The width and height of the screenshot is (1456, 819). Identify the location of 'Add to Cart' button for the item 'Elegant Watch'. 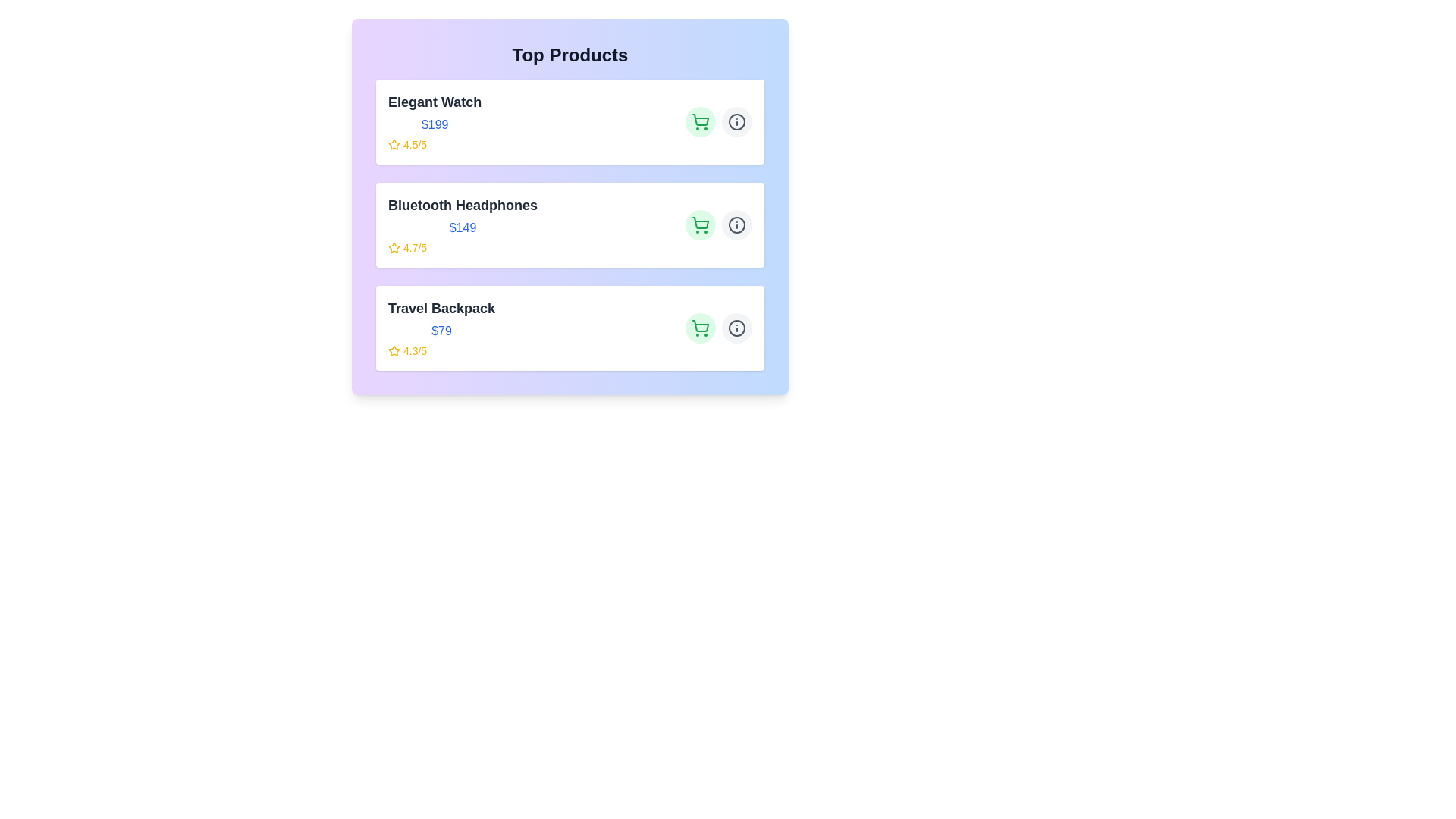
(700, 121).